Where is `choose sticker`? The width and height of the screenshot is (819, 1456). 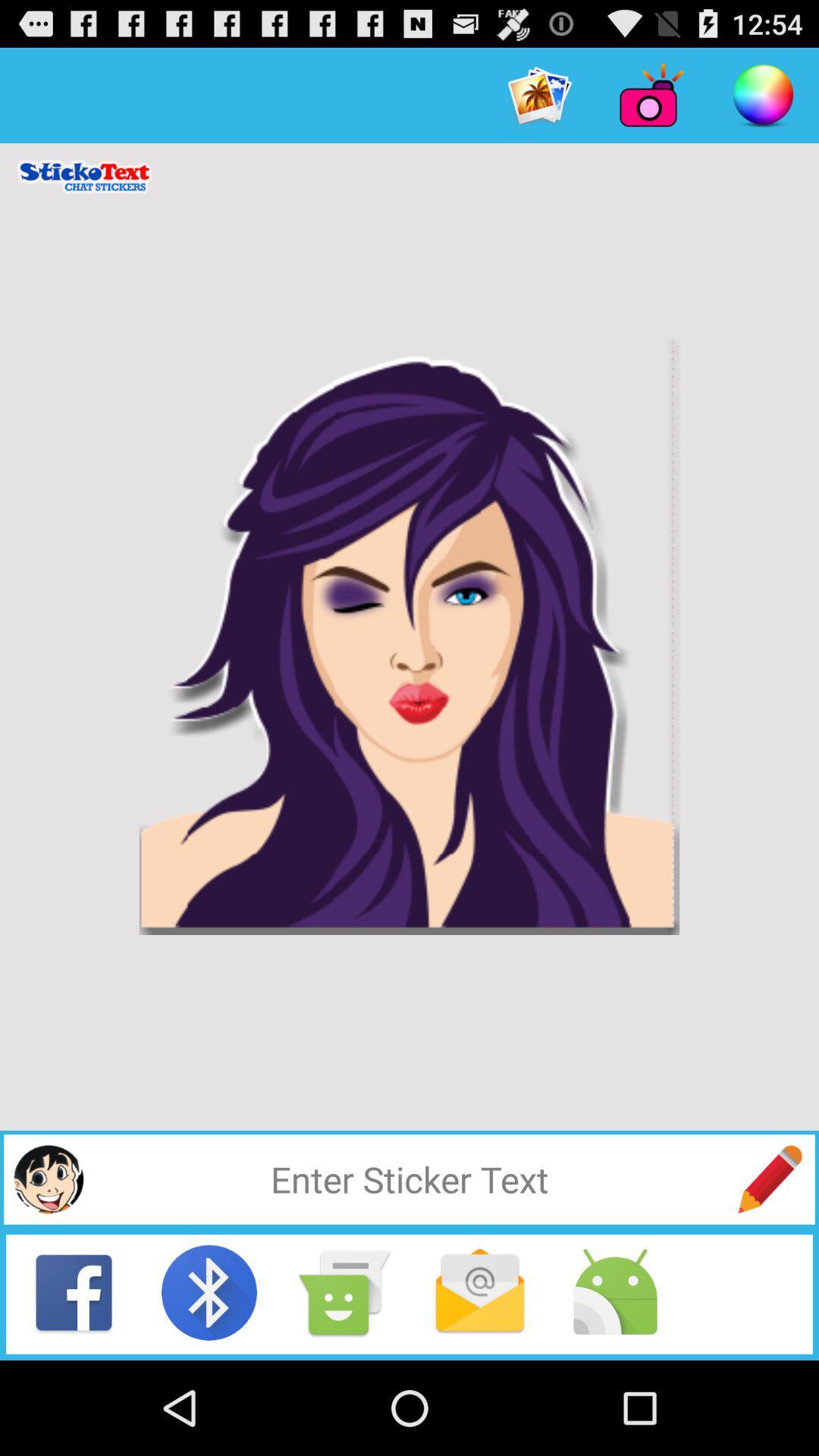 choose sticker is located at coordinates (48, 1178).